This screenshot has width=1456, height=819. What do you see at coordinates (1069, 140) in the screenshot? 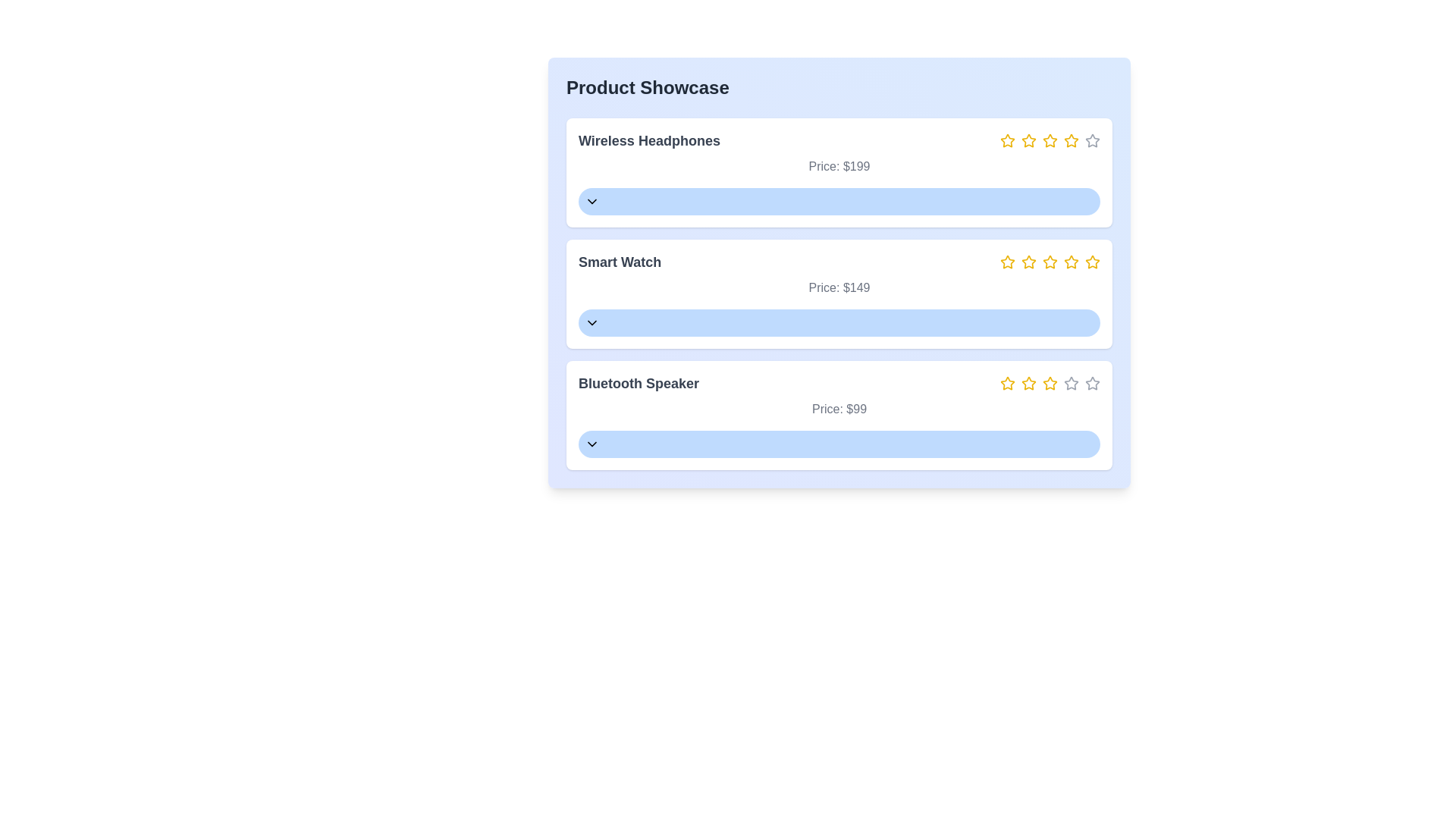
I see `the fourth star icon in the rating row of the 'Wireless Headphones' product section to rate it` at bounding box center [1069, 140].